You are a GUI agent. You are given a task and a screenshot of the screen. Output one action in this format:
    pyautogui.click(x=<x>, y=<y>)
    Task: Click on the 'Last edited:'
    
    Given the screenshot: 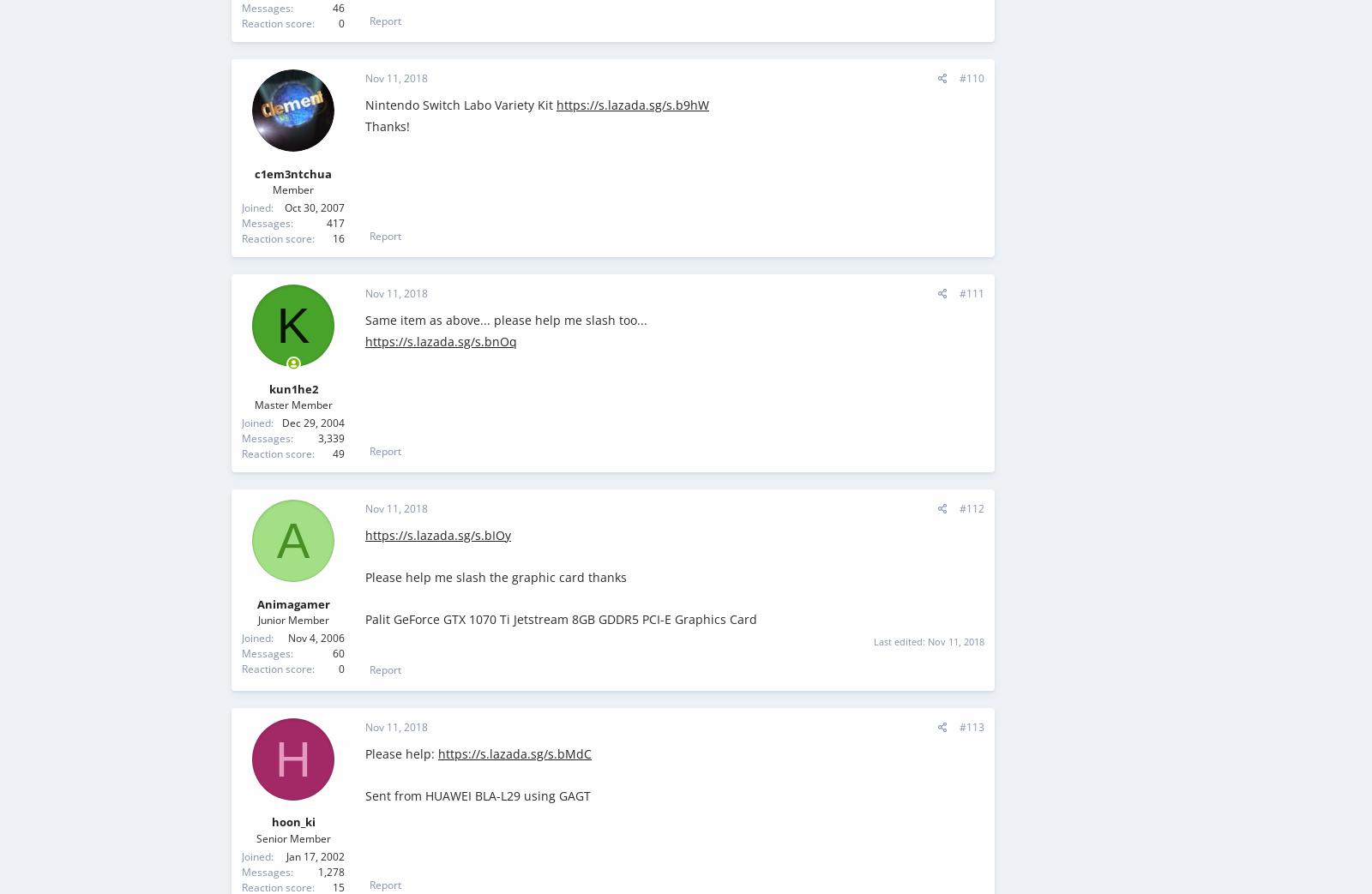 What is the action you would take?
    pyautogui.click(x=900, y=640)
    